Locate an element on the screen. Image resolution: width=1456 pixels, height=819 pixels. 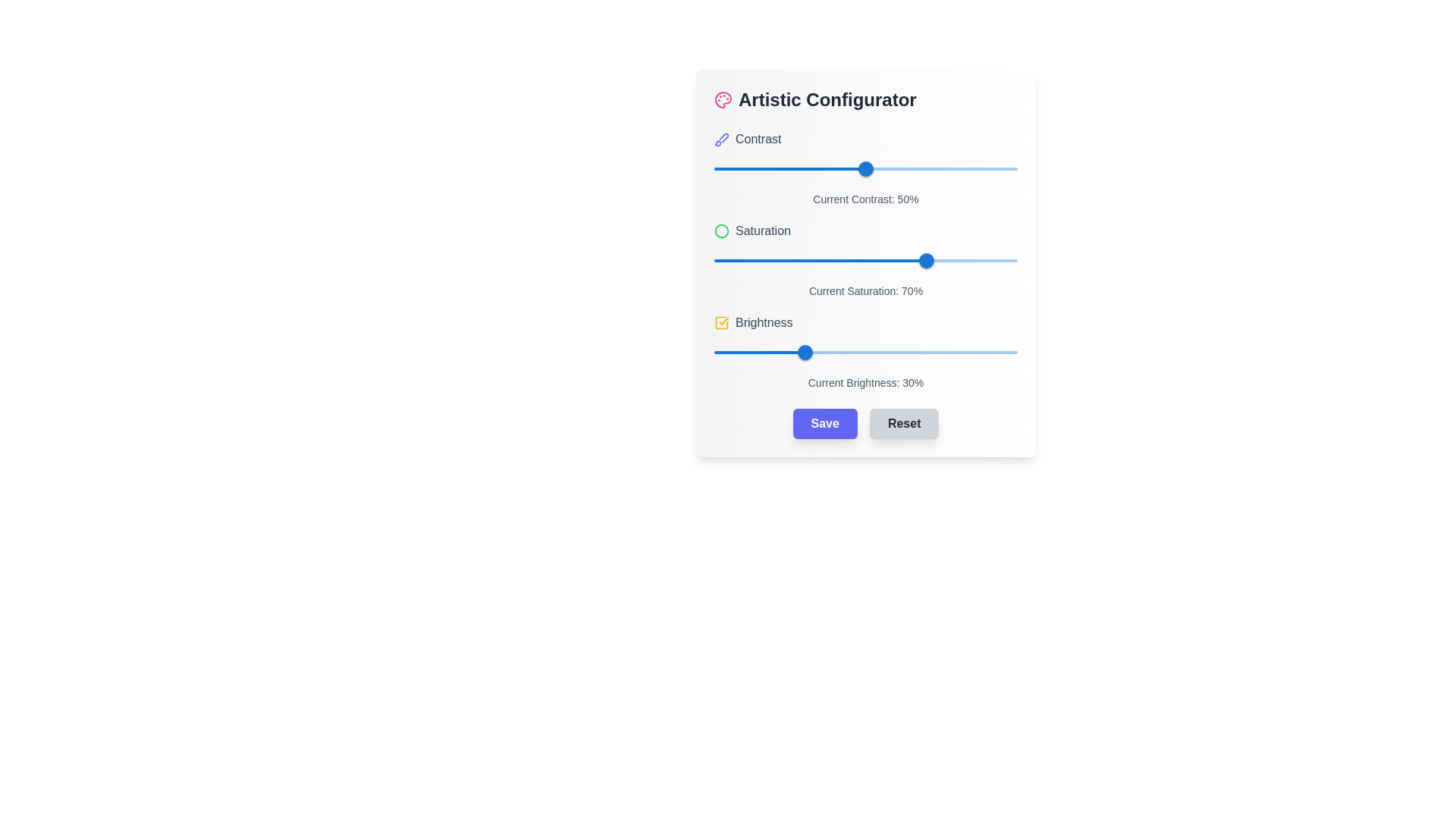
the Checkbox icon is located at coordinates (720, 322).